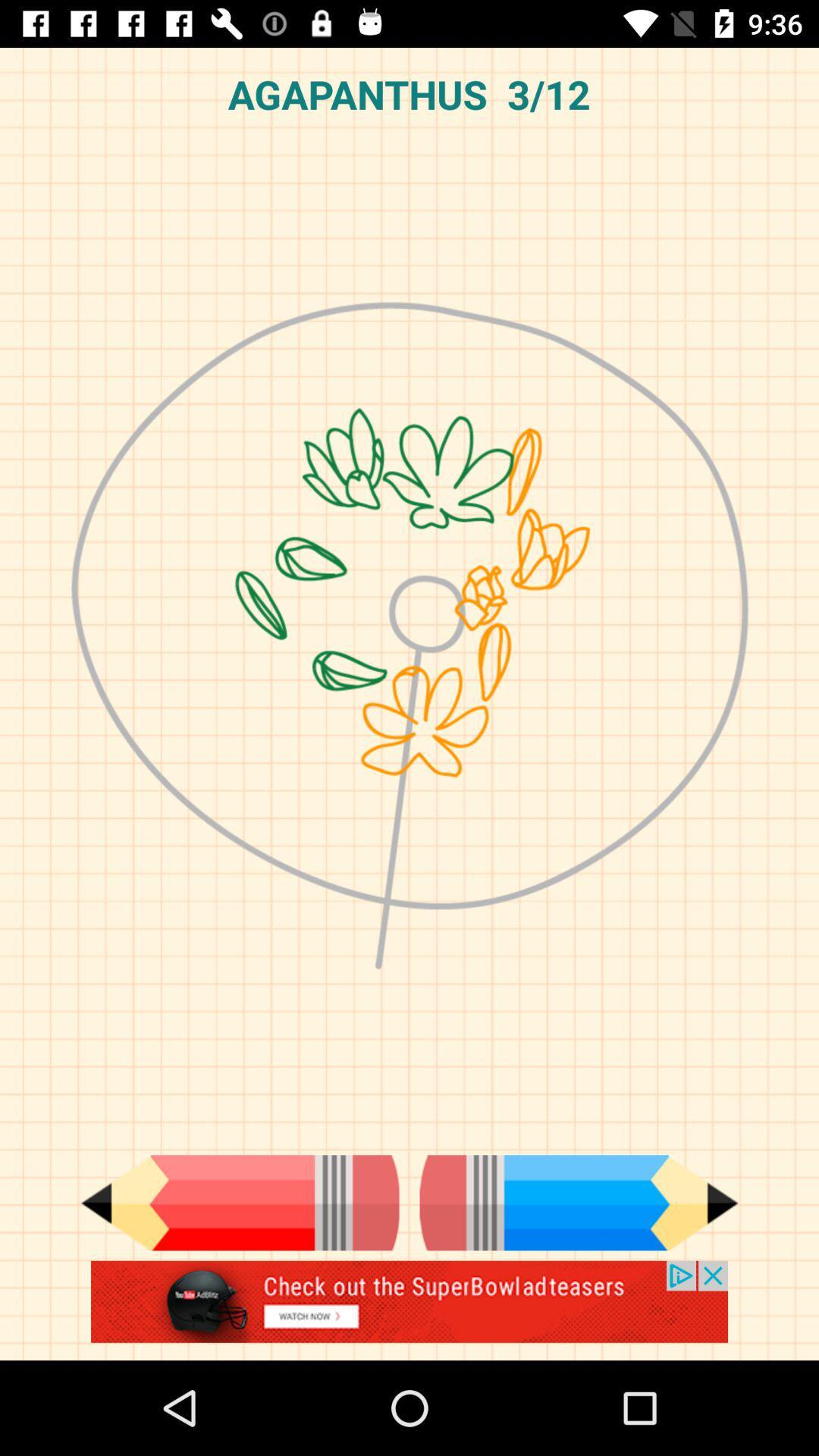  Describe the element at coordinates (239, 1202) in the screenshot. I see `previous step` at that location.